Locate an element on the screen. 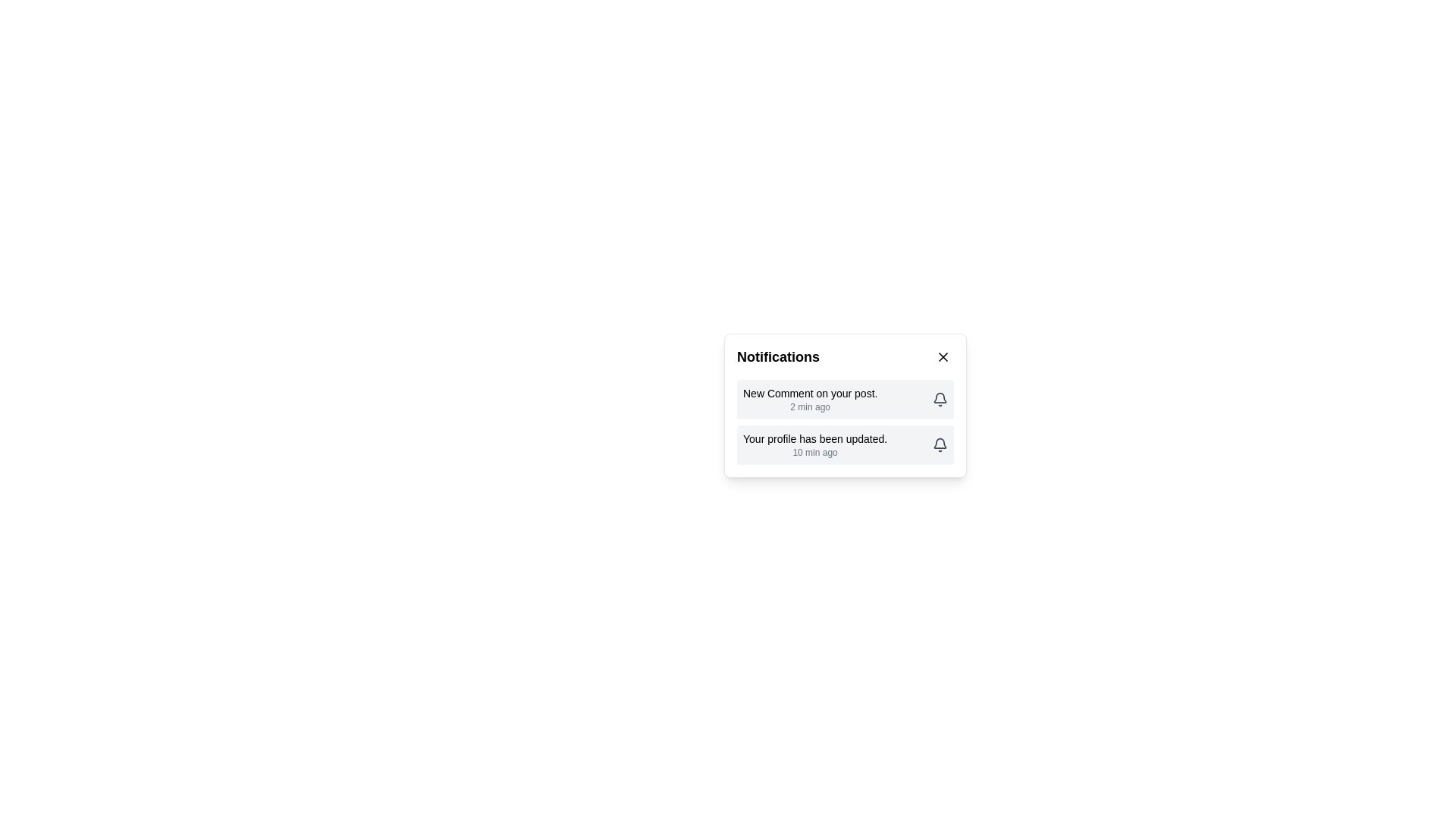  the notification message about an update to the user's profile, which is the second entry in the notification dropdown is located at coordinates (814, 444).